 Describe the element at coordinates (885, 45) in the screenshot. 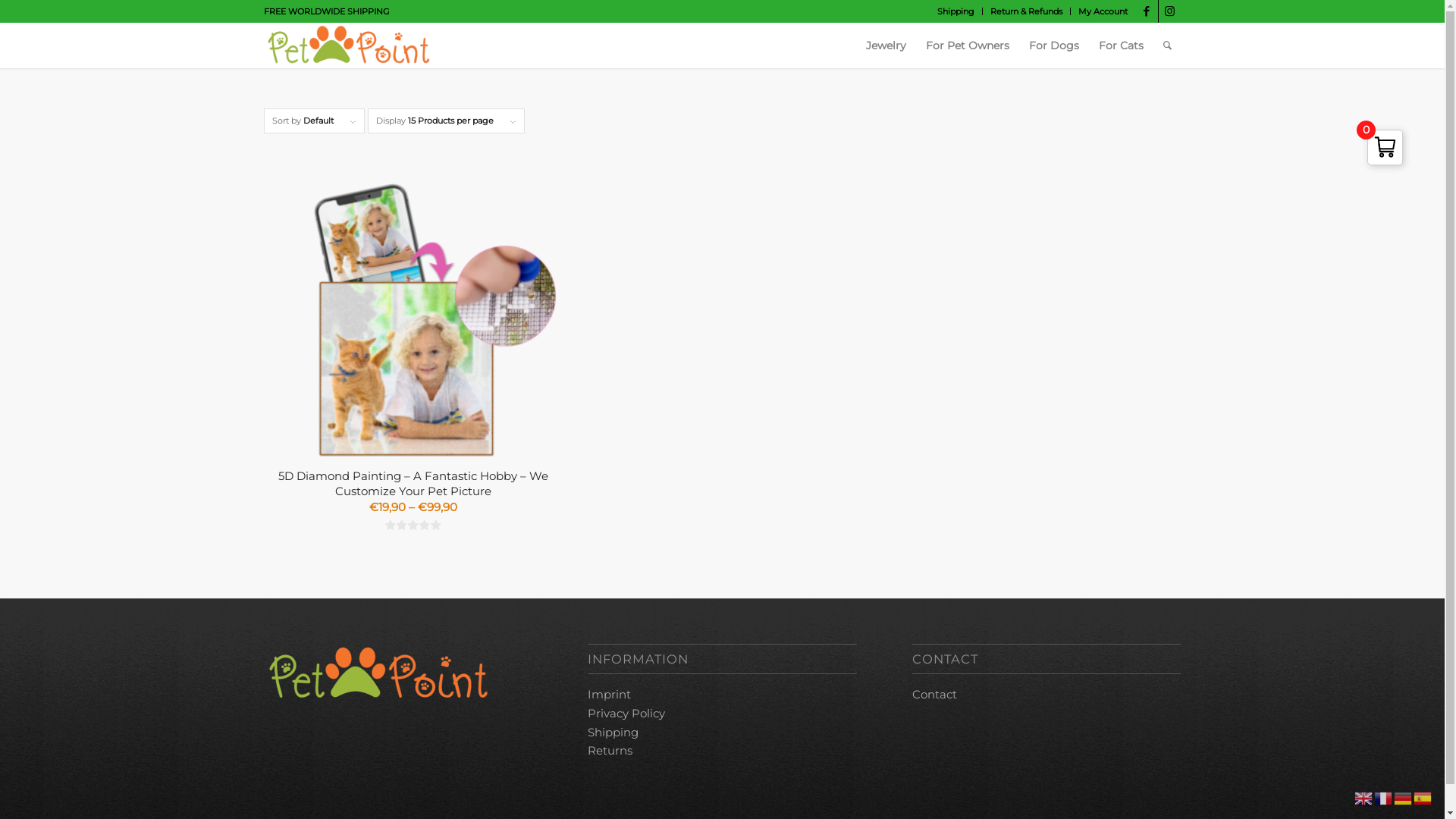

I see `'Jewelry'` at that location.